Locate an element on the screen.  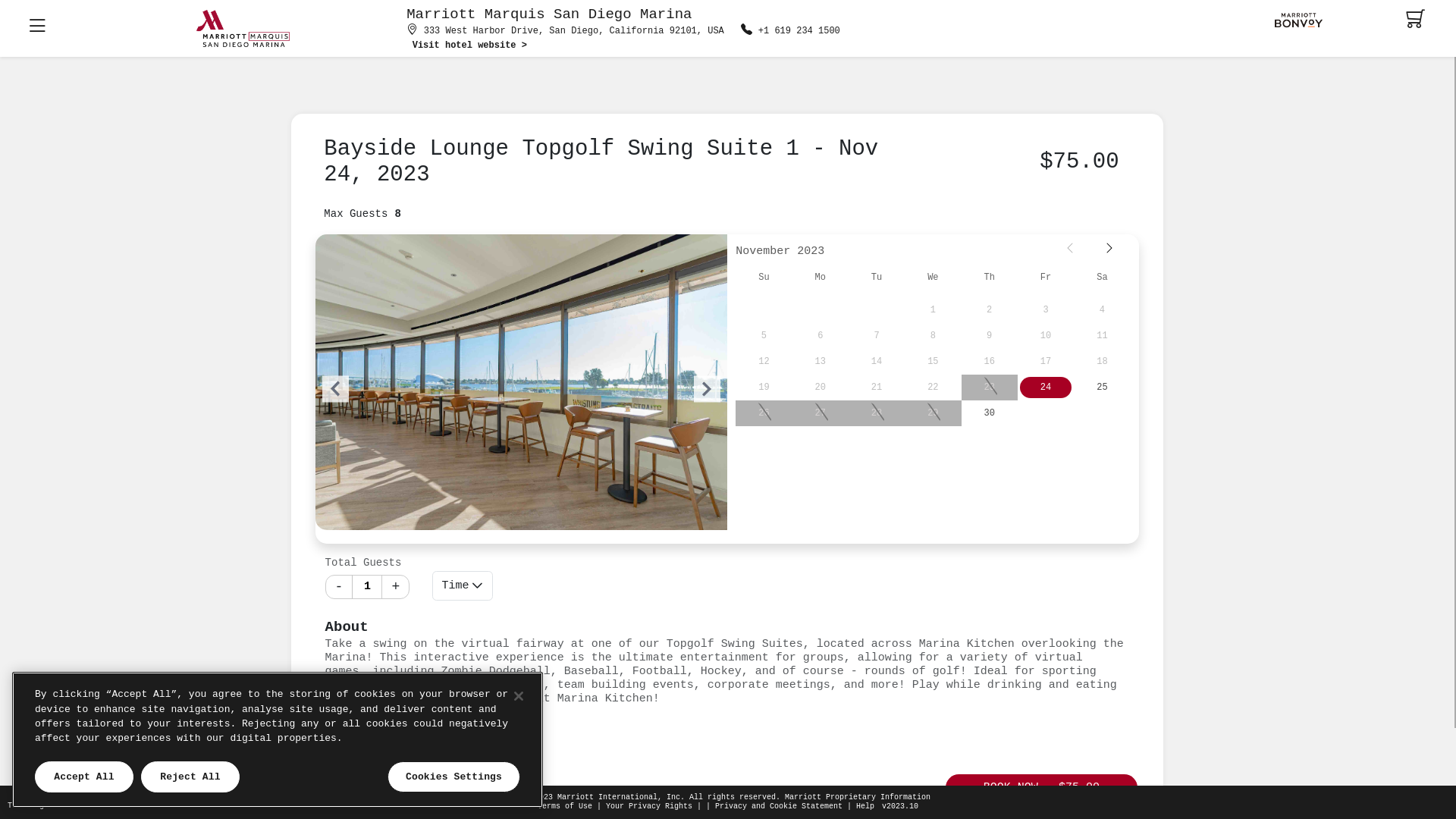
'Visit hotel website >' is located at coordinates (412, 45).